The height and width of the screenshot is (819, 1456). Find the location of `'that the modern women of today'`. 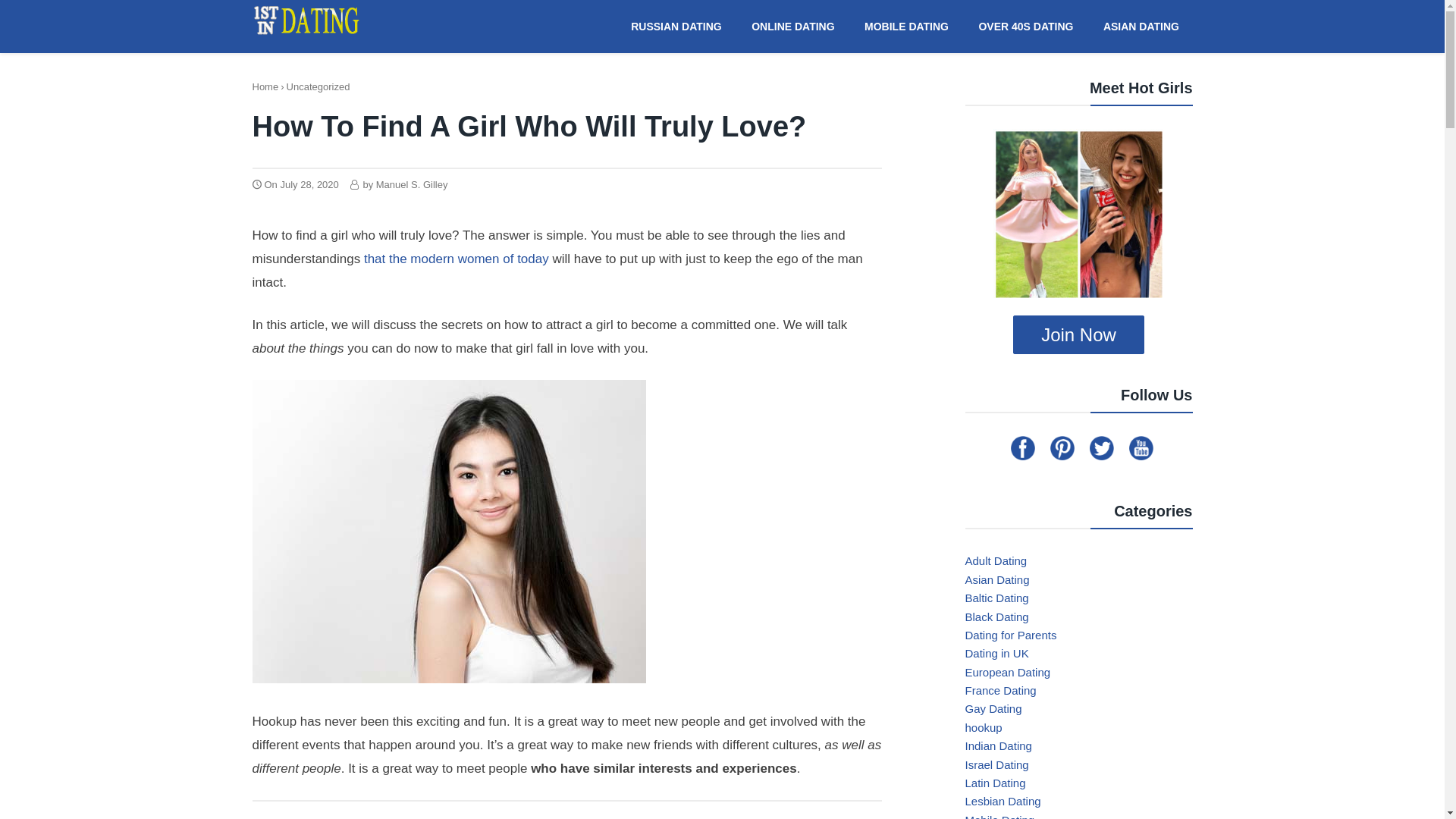

'that the modern women of today' is located at coordinates (453, 258).